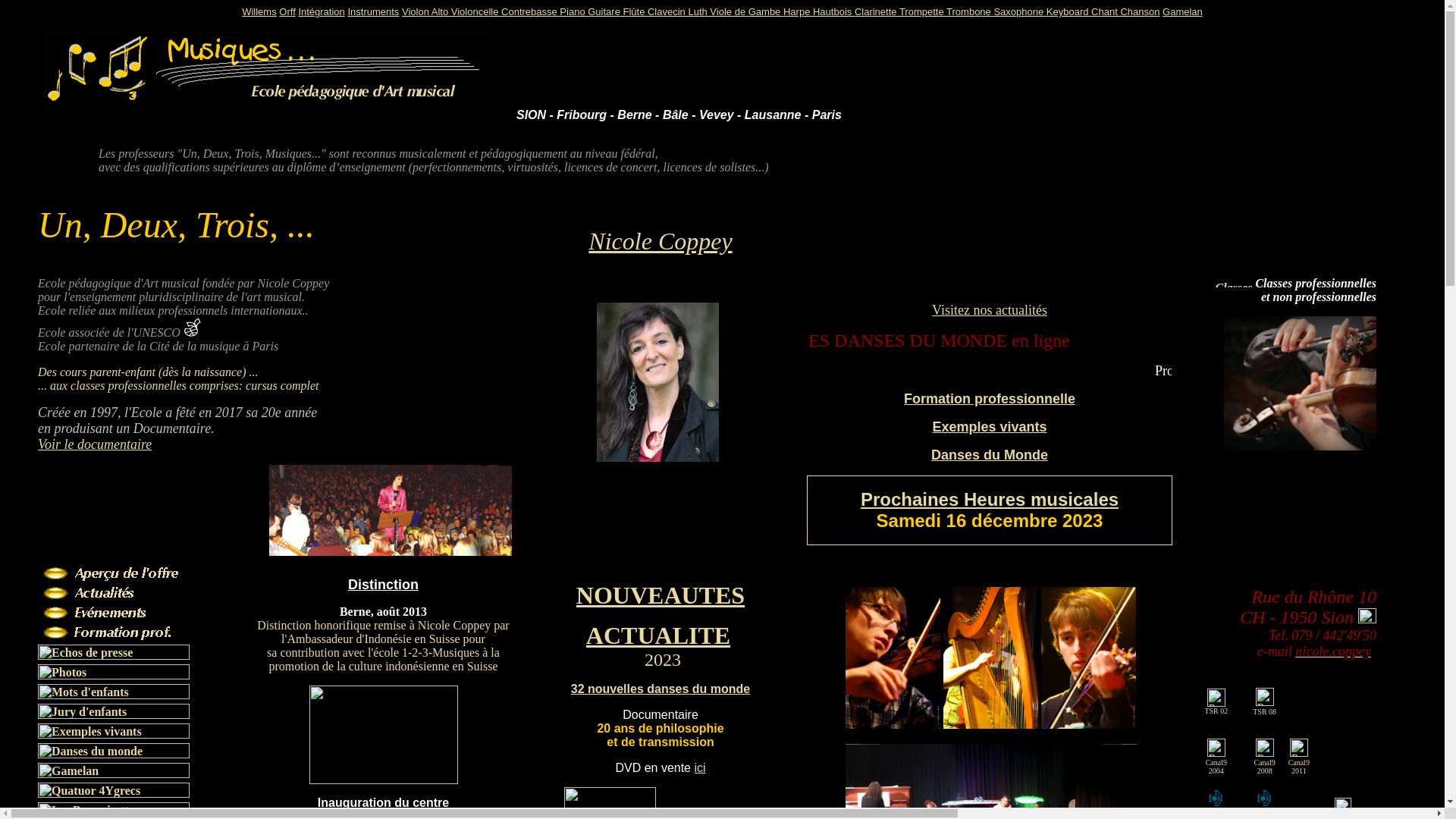  Describe the element at coordinates (660, 595) in the screenshot. I see `'NOUVEAUTES'` at that location.